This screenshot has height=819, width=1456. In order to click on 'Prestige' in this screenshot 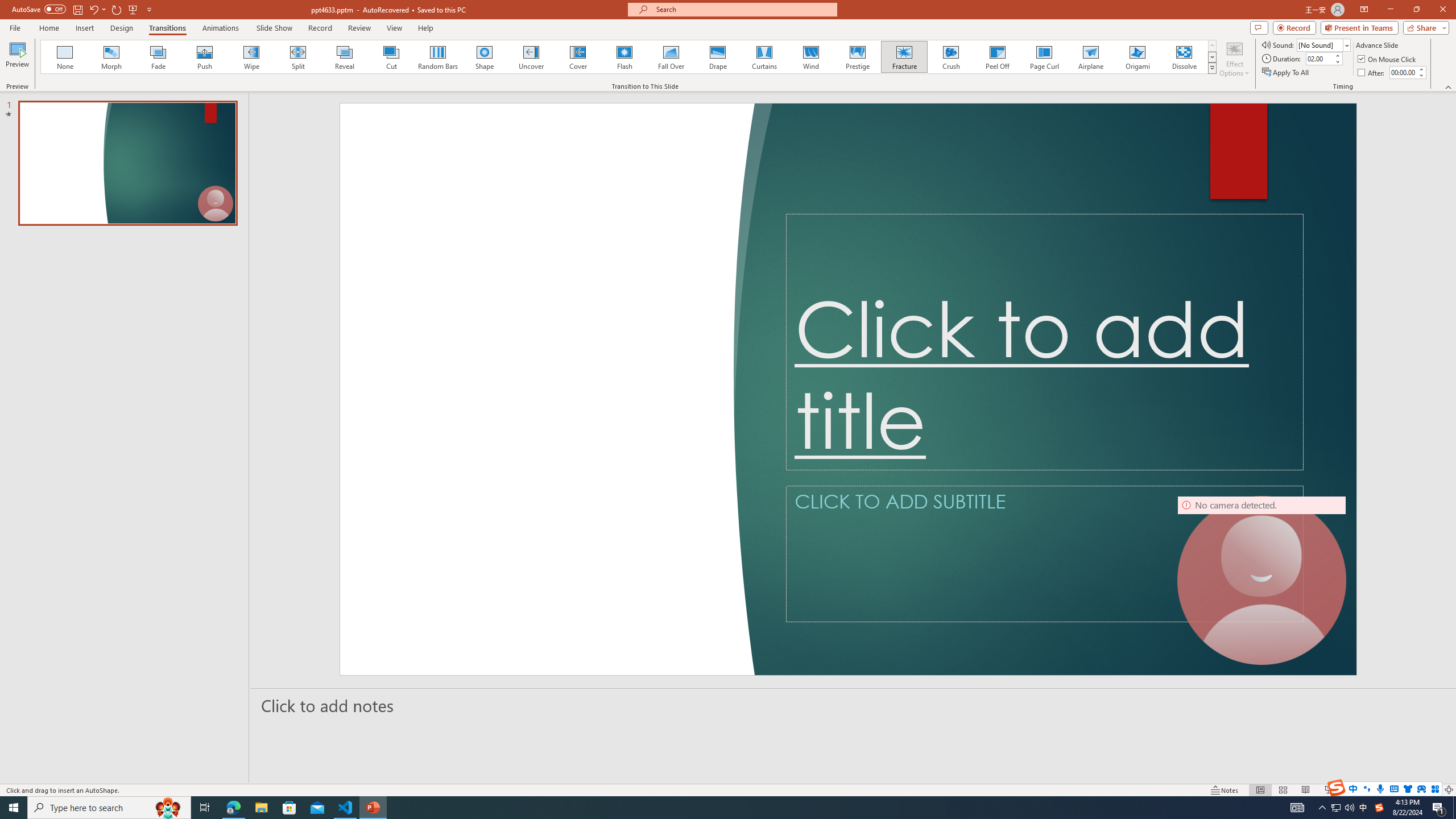, I will do `click(857, 56)`.